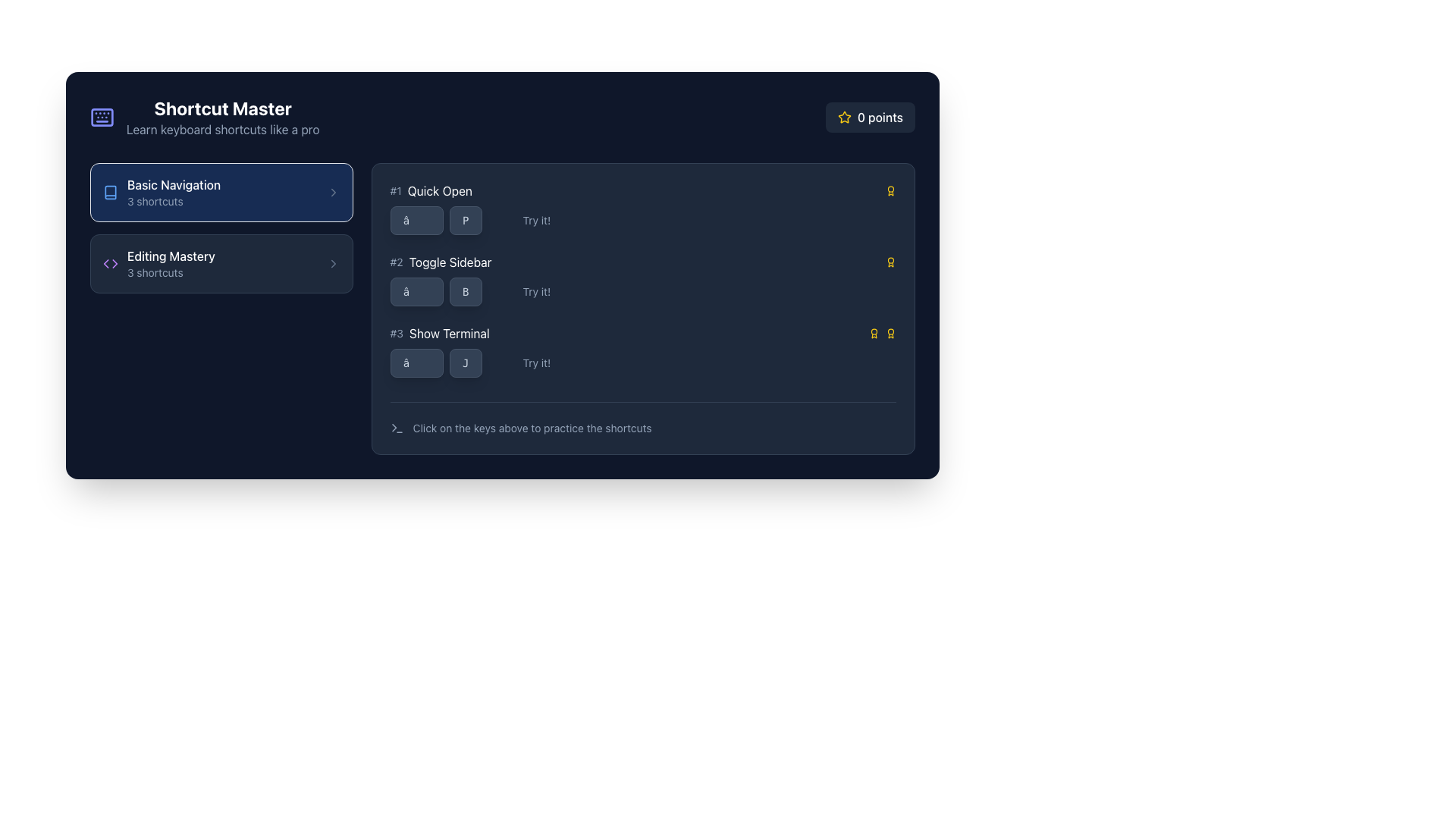 Image resolution: width=1456 pixels, height=819 pixels. What do you see at coordinates (536, 220) in the screenshot?
I see `the instructional Text Label that is located to the right of the 'Quick Open' option, which prompts users to try out a feature` at bounding box center [536, 220].